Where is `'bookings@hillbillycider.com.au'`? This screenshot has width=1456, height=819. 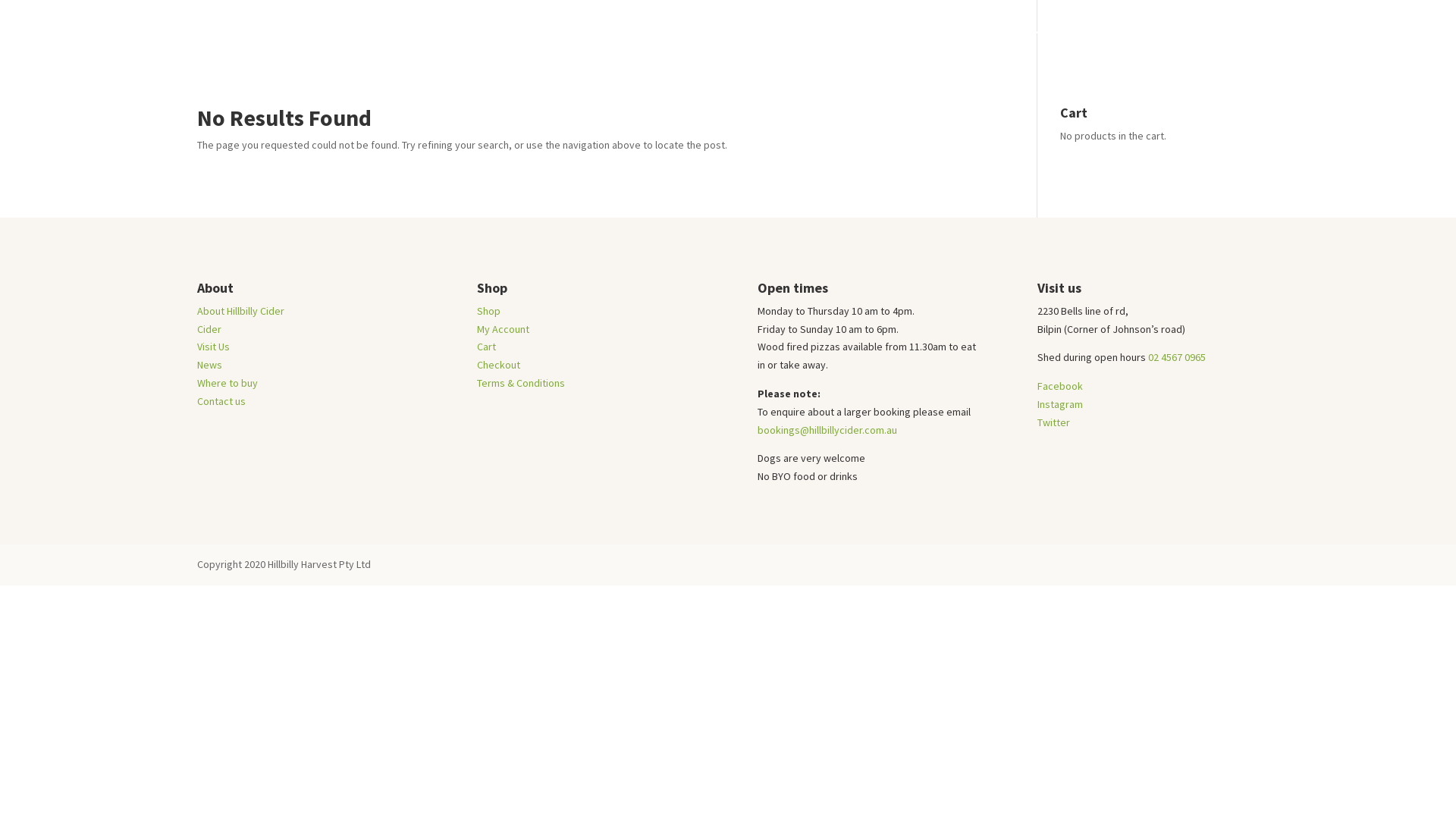
'bookings@hillbillycider.com.au' is located at coordinates (825, 430).